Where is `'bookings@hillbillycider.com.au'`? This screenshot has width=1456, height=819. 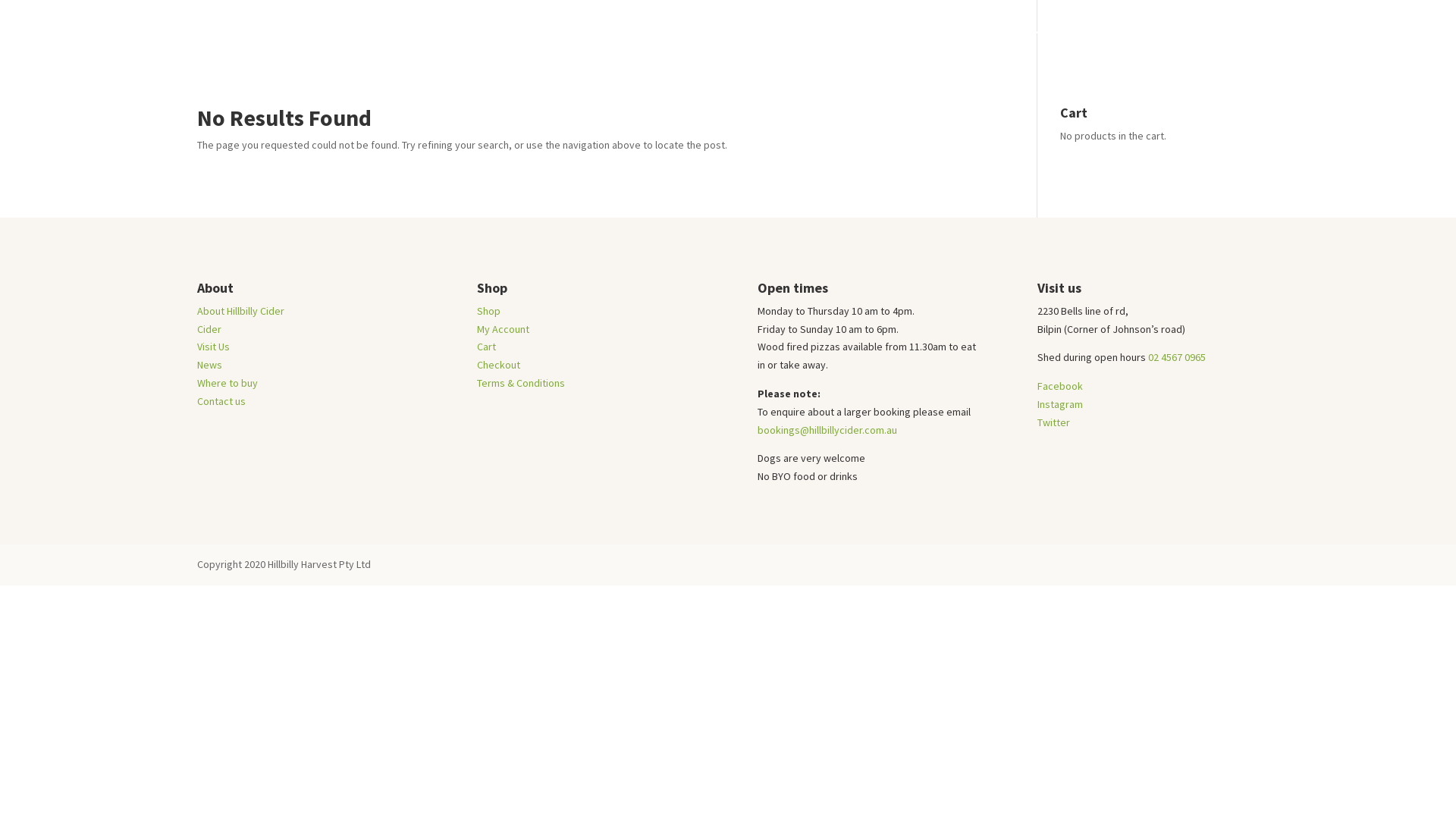
'bookings@hillbillycider.com.au' is located at coordinates (825, 430).